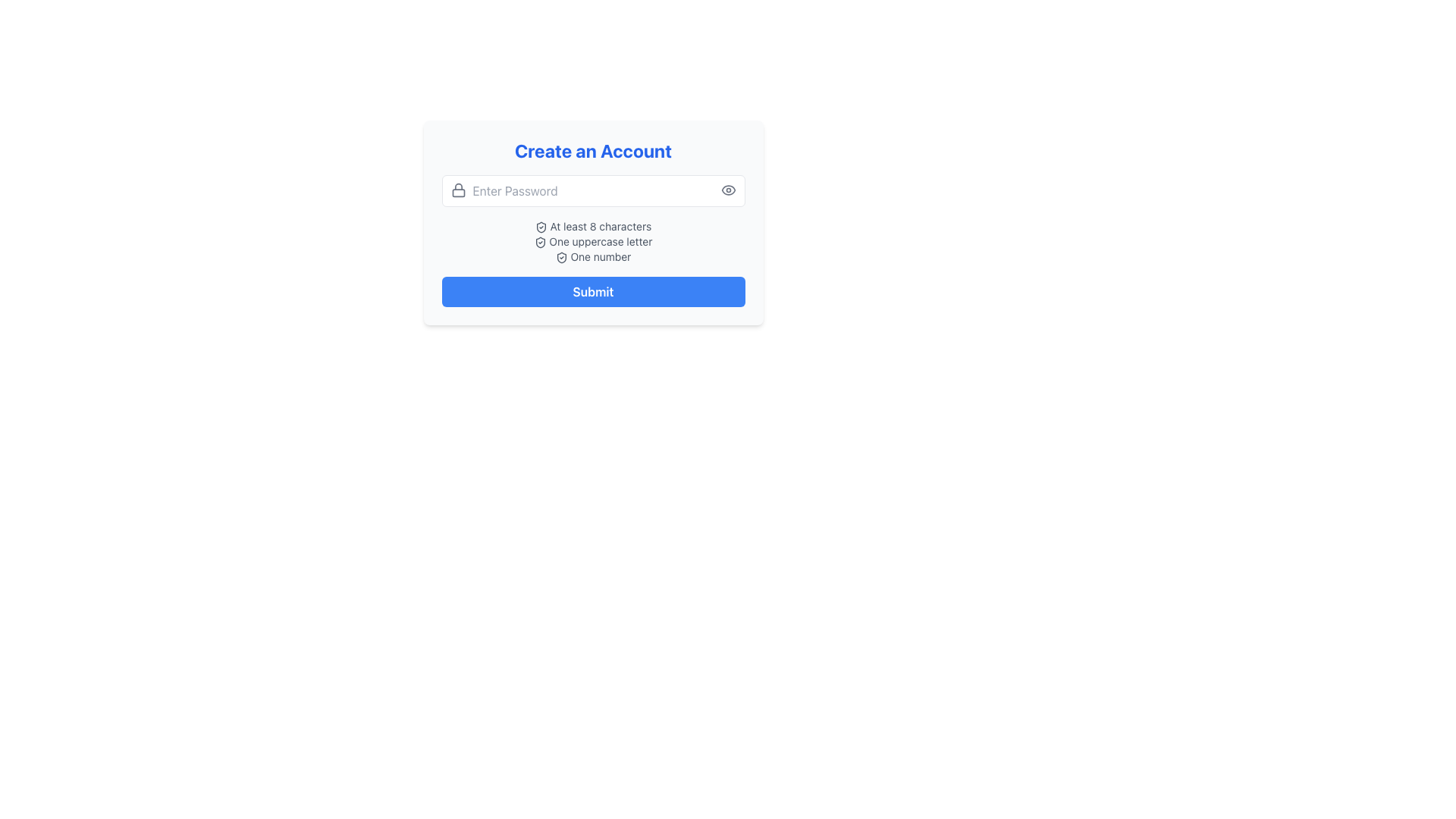  I want to click on the visual indicator icon for the password requirement 'One number' located to the left of its corresponding label, so click(560, 257).